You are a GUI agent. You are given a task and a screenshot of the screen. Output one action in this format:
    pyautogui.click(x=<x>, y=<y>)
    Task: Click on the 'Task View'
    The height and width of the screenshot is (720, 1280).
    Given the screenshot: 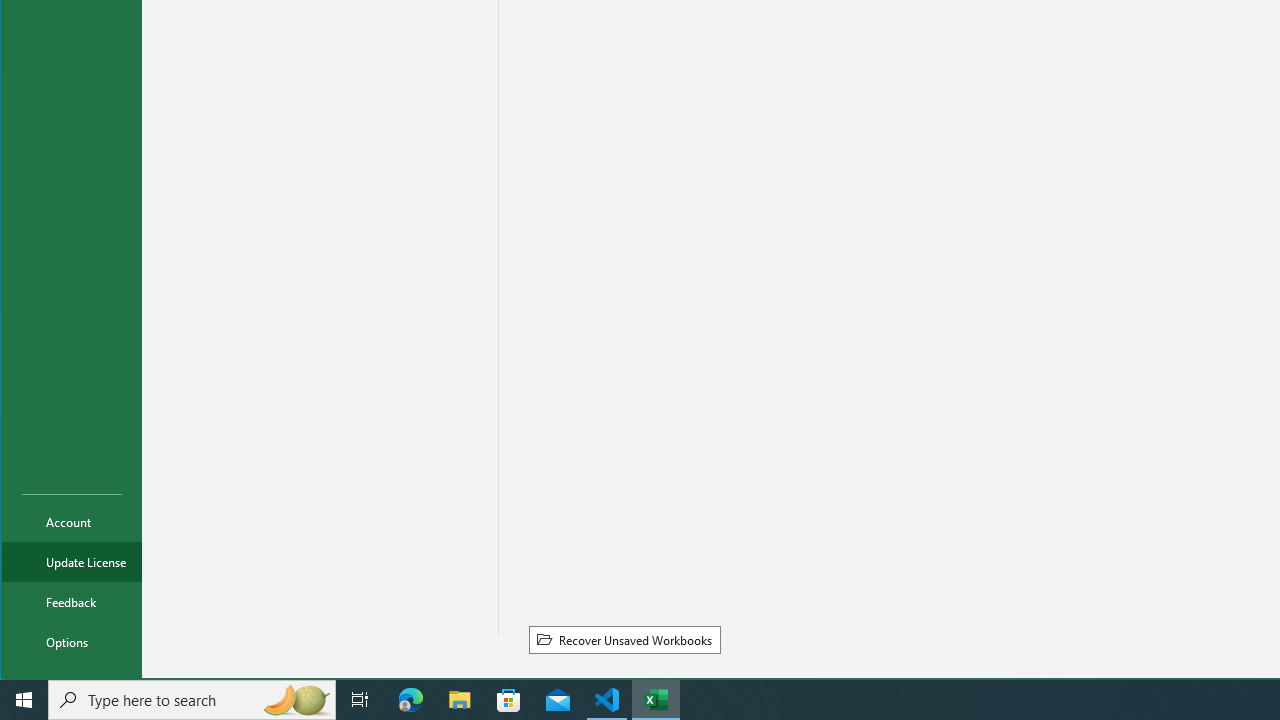 What is the action you would take?
    pyautogui.click(x=359, y=698)
    